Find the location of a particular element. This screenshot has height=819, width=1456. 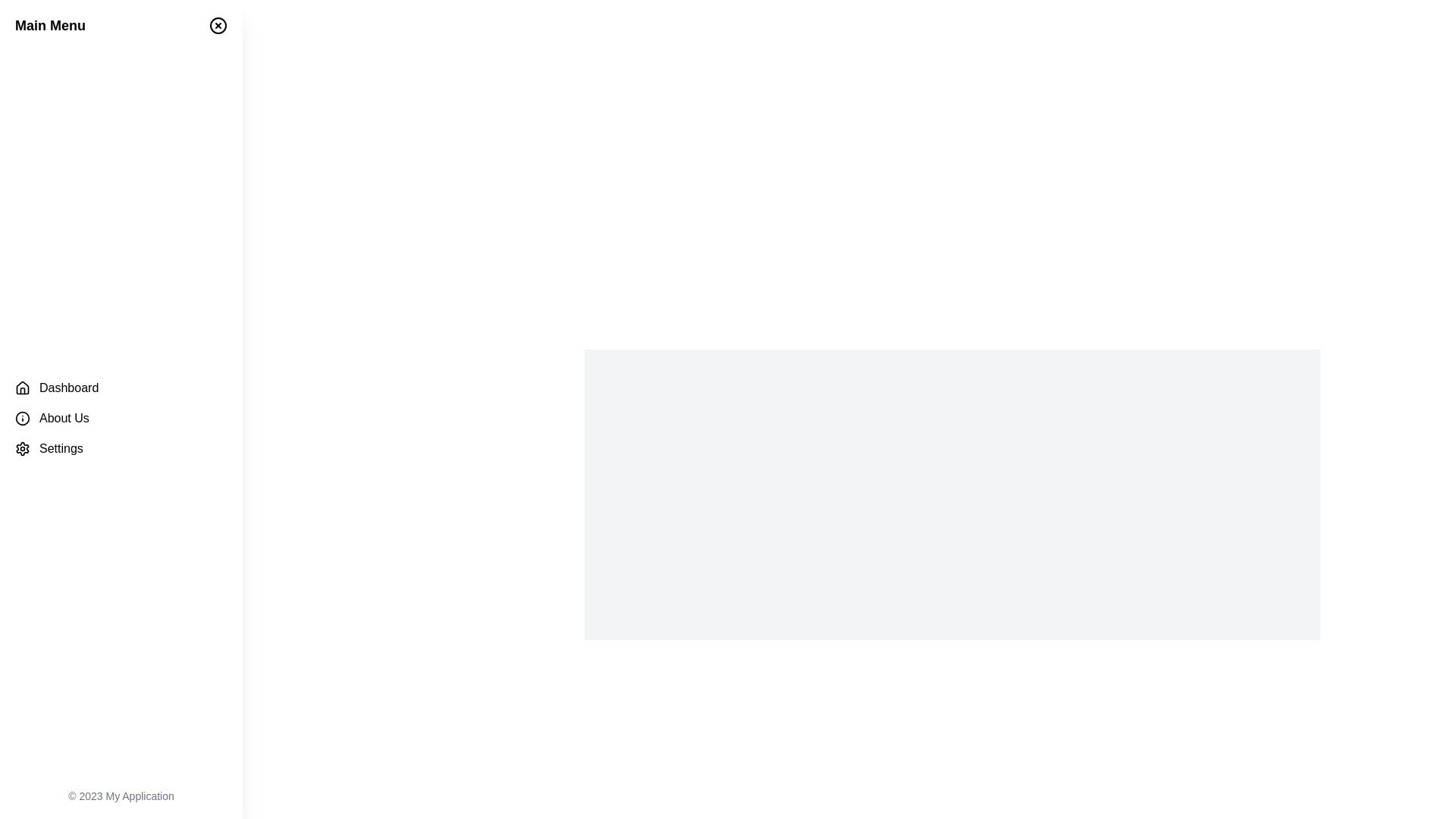

the second navigation link in the vertical navigation bar is located at coordinates (120, 418).